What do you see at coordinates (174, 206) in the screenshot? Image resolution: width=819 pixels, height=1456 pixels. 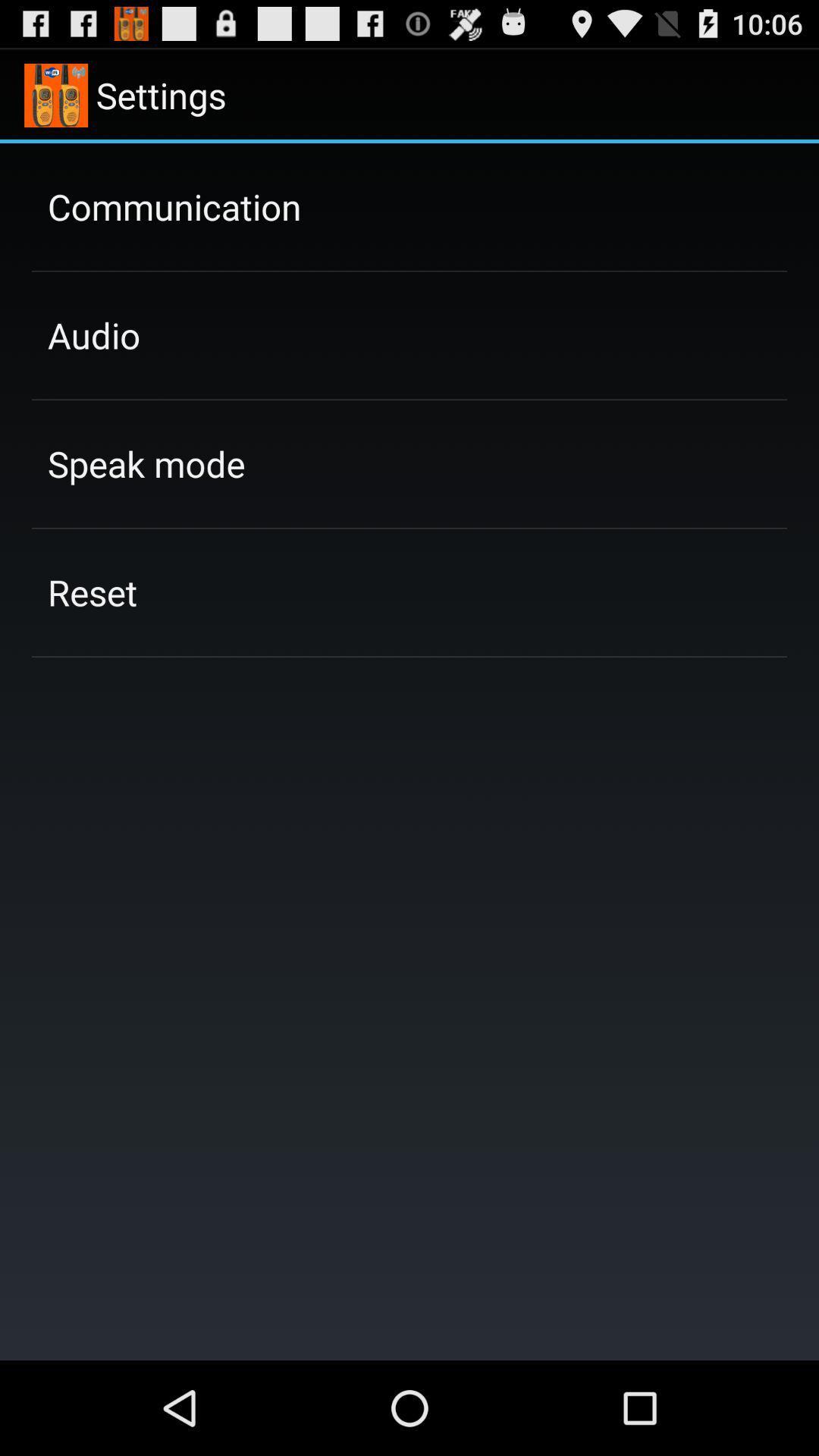 I see `app above the audio item` at bounding box center [174, 206].